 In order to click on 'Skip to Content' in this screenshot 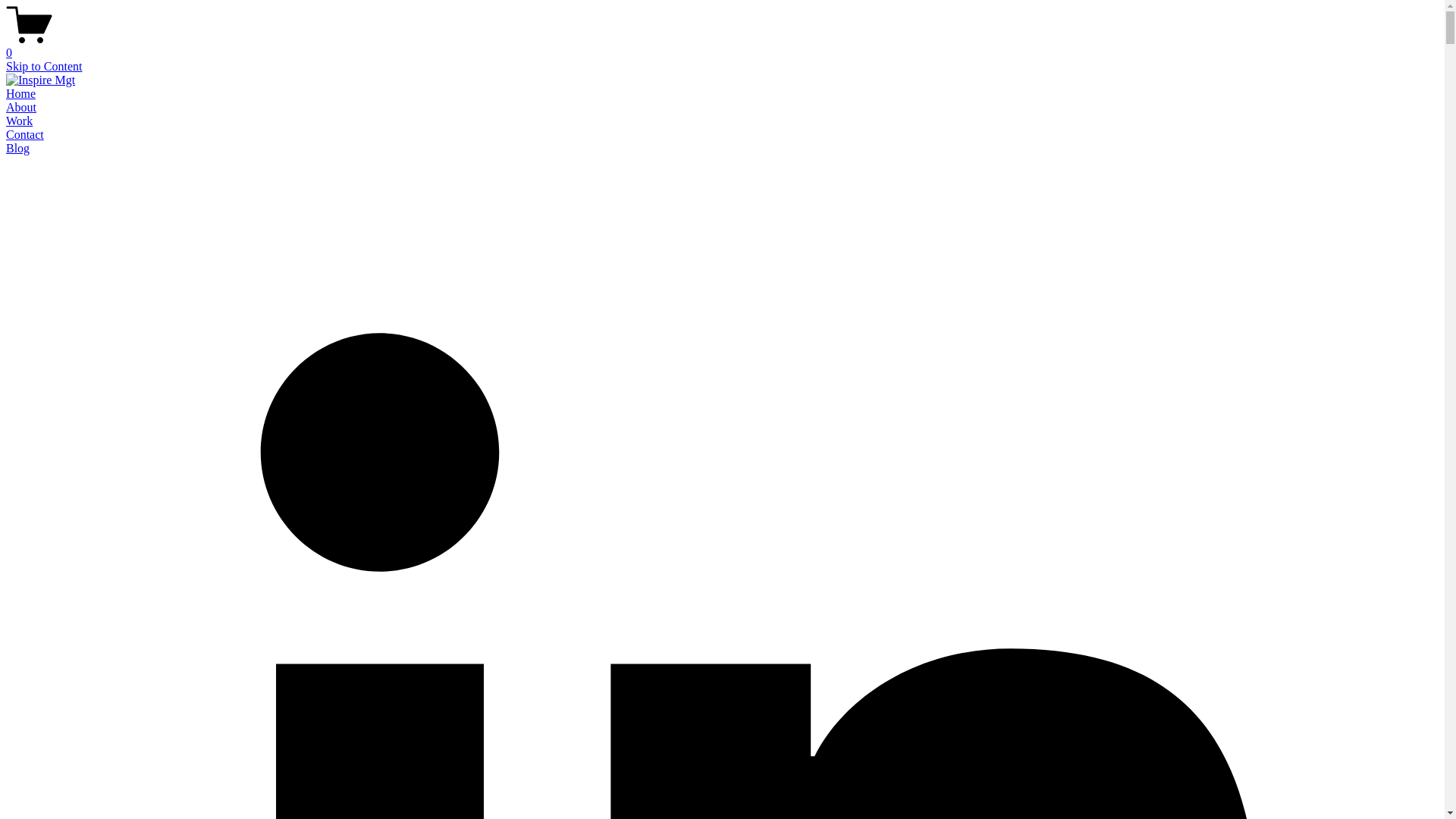, I will do `click(43, 65)`.